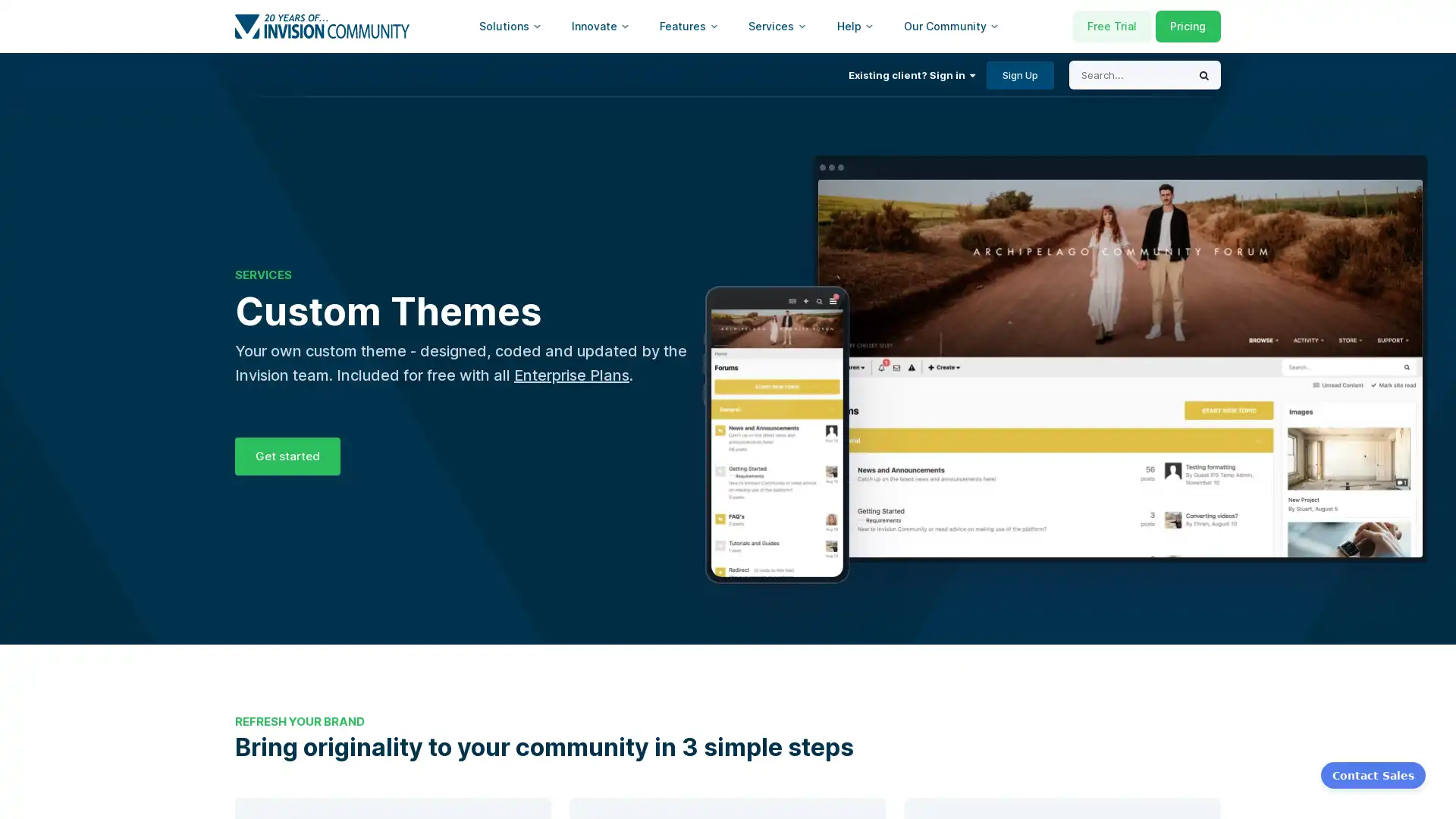 Image resolution: width=1456 pixels, height=819 pixels. Describe the element at coordinates (510, 26) in the screenshot. I see `Solutions` at that location.